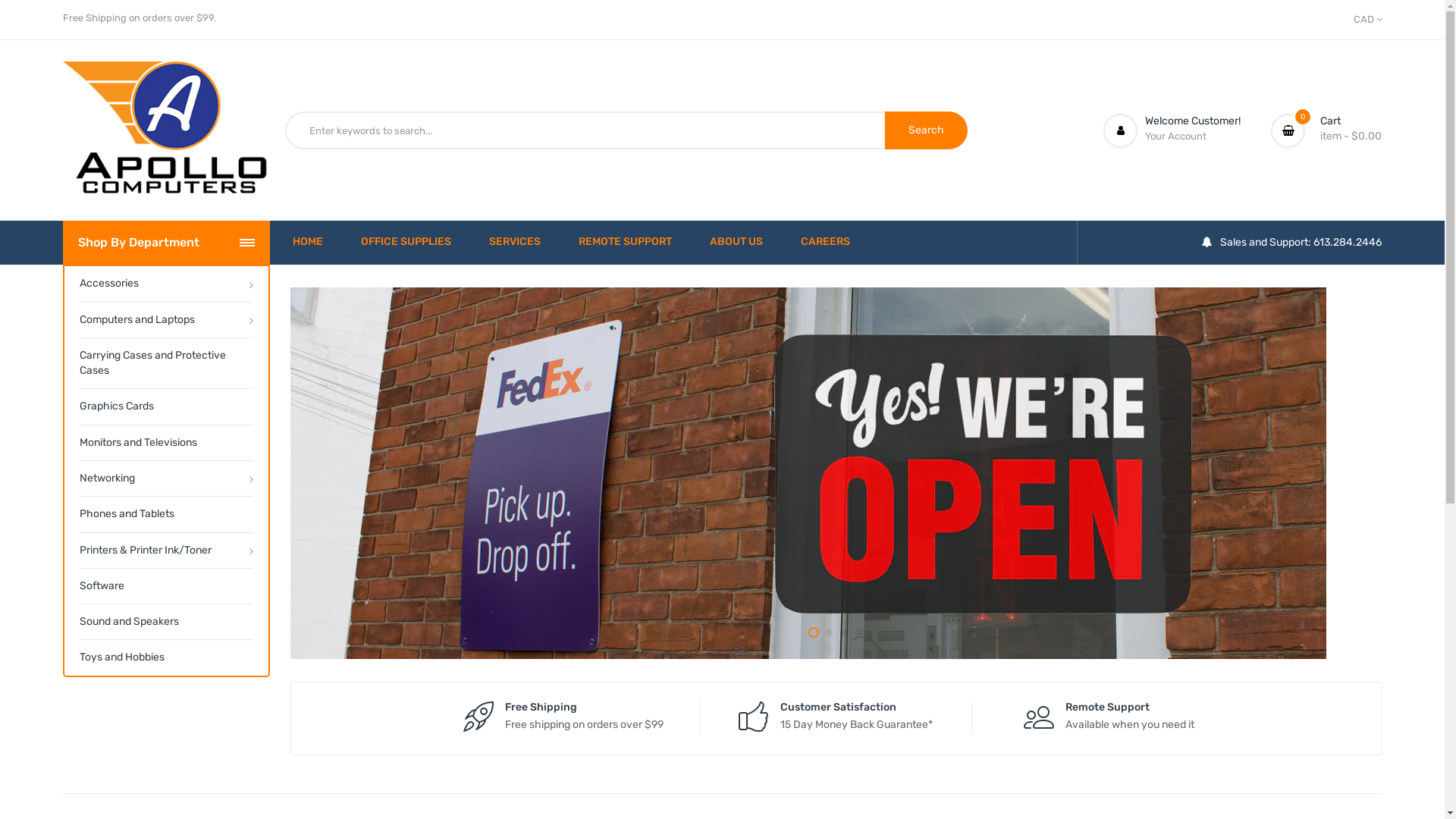 The height and width of the screenshot is (819, 1456). What do you see at coordinates (165, 656) in the screenshot?
I see `'Toys and Hobbies'` at bounding box center [165, 656].